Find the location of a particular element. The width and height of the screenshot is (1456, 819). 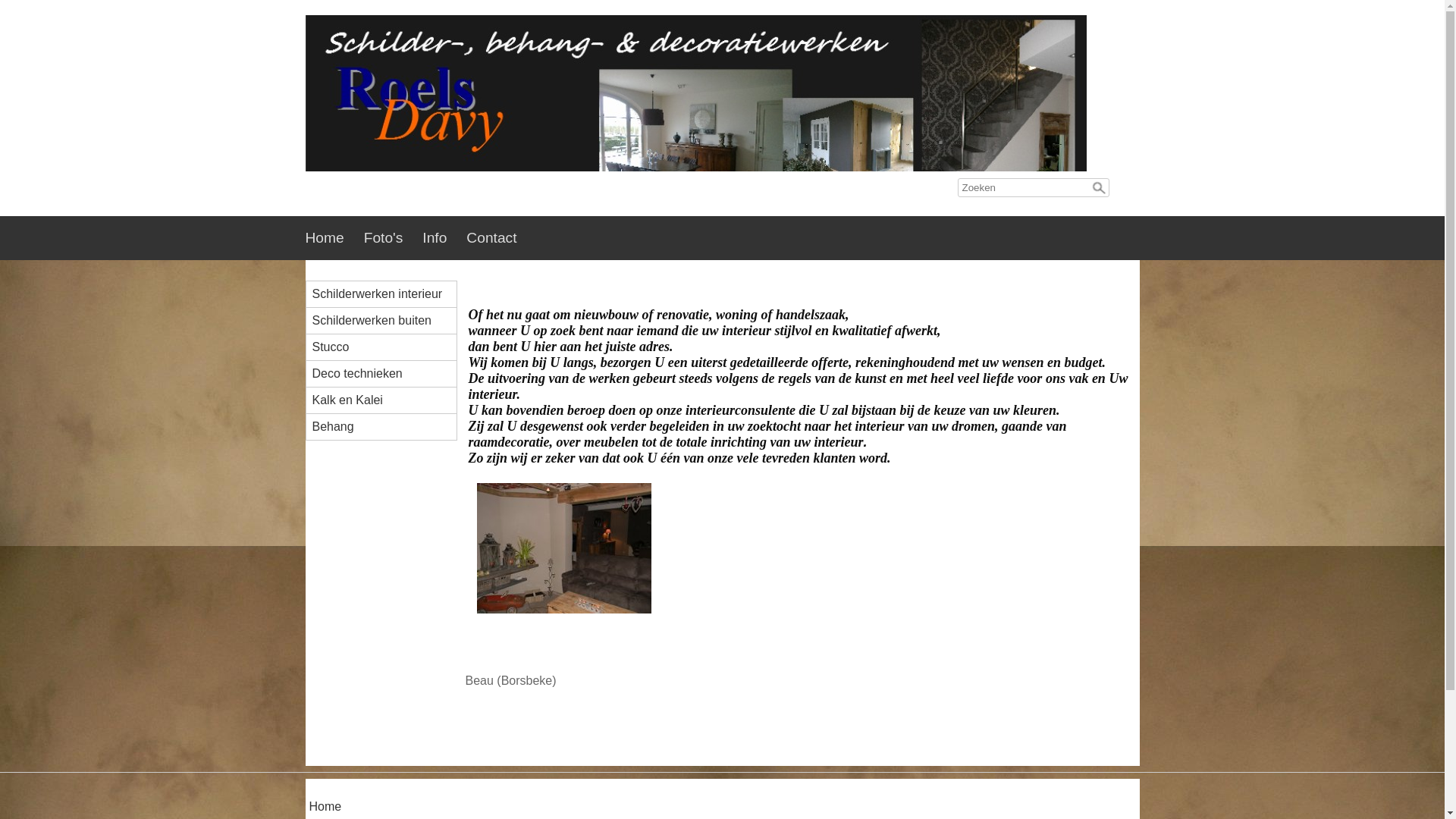

'Schilderwerken interieur' is located at coordinates (387, 294).